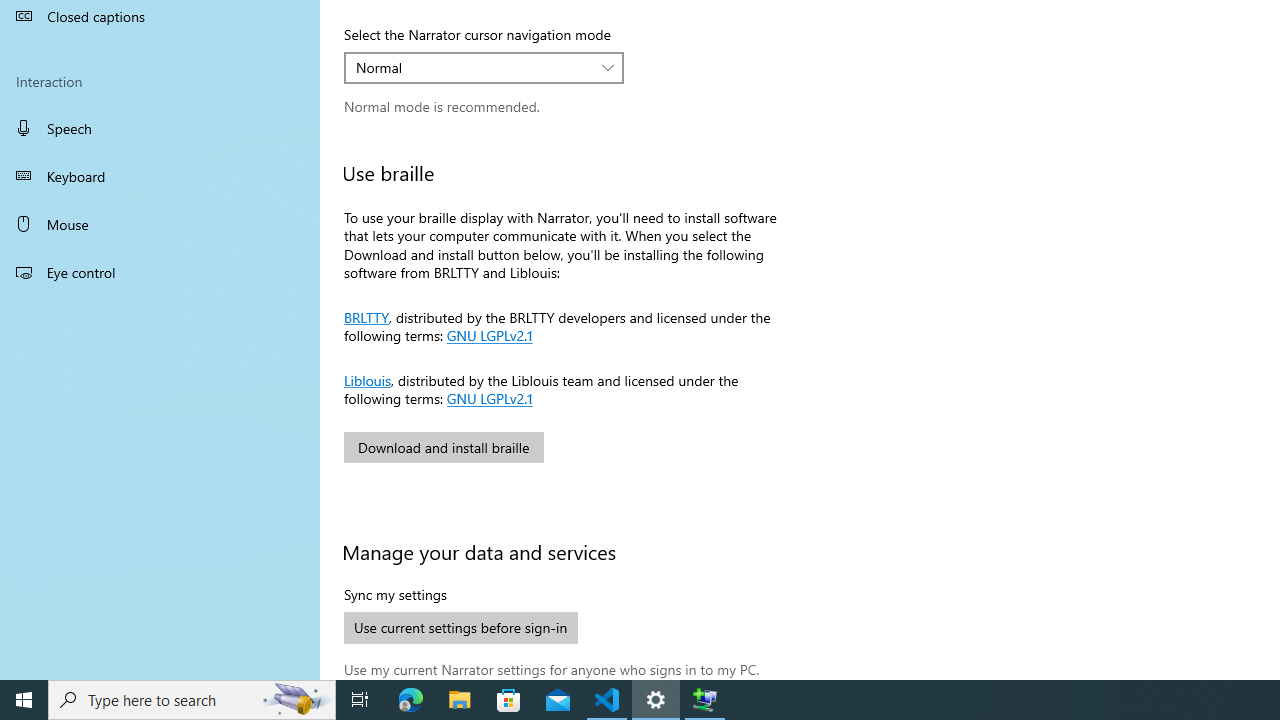 The width and height of the screenshot is (1280, 720). Describe the element at coordinates (410, 698) in the screenshot. I see `'Microsoft Edge'` at that location.